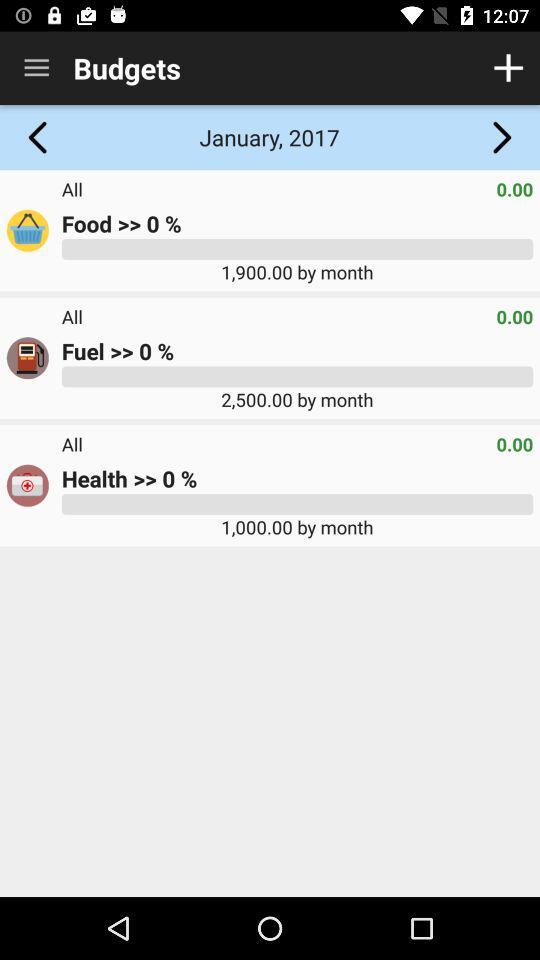  What do you see at coordinates (38, 136) in the screenshot?
I see `the arrow_backward icon` at bounding box center [38, 136].